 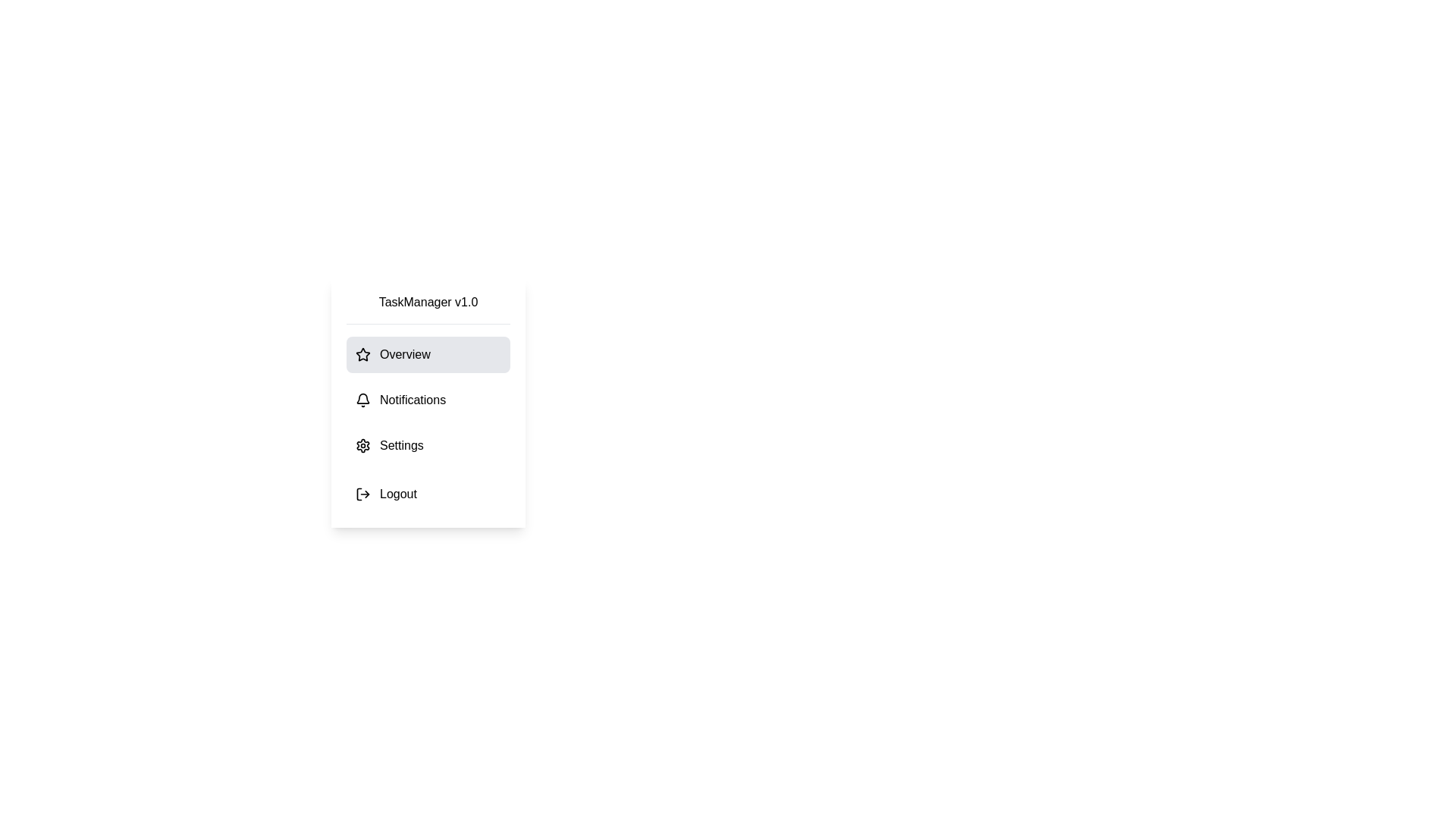 What do you see at coordinates (428, 400) in the screenshot?
I see `the 'Notifications' button in the vertical navigation menu located in the middle left section of the sidebar panel` at bounding box center [428, 400].